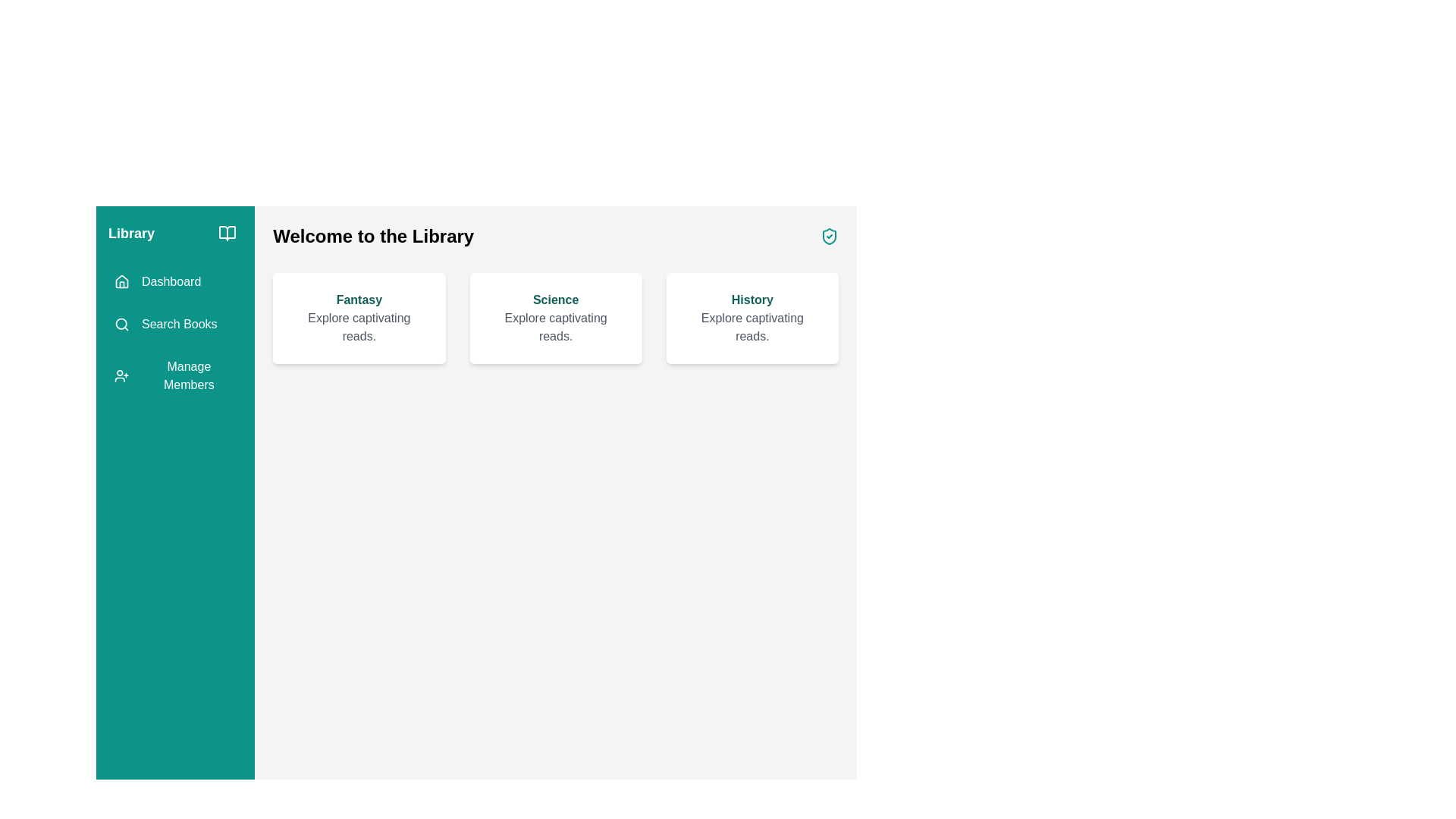  What do you see at coordinates (122, 324) in the screenshot?
I see `the search icon located to the left of the 'Search Books' text in the second entry of the vertical navigation menu on the left sidebar` at bounding box center [122, 324].